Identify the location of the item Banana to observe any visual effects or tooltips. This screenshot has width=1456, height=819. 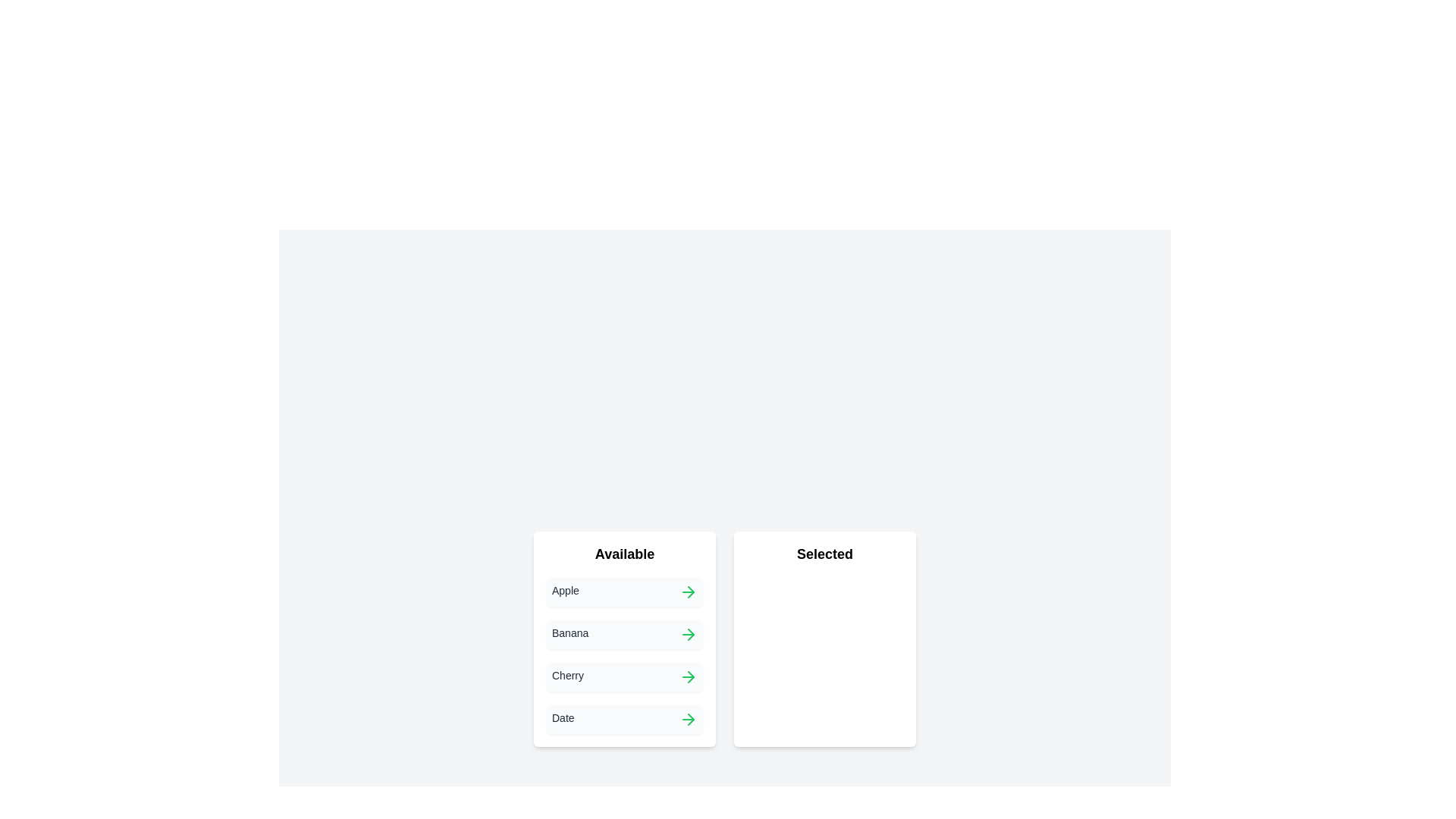
(625, 635).